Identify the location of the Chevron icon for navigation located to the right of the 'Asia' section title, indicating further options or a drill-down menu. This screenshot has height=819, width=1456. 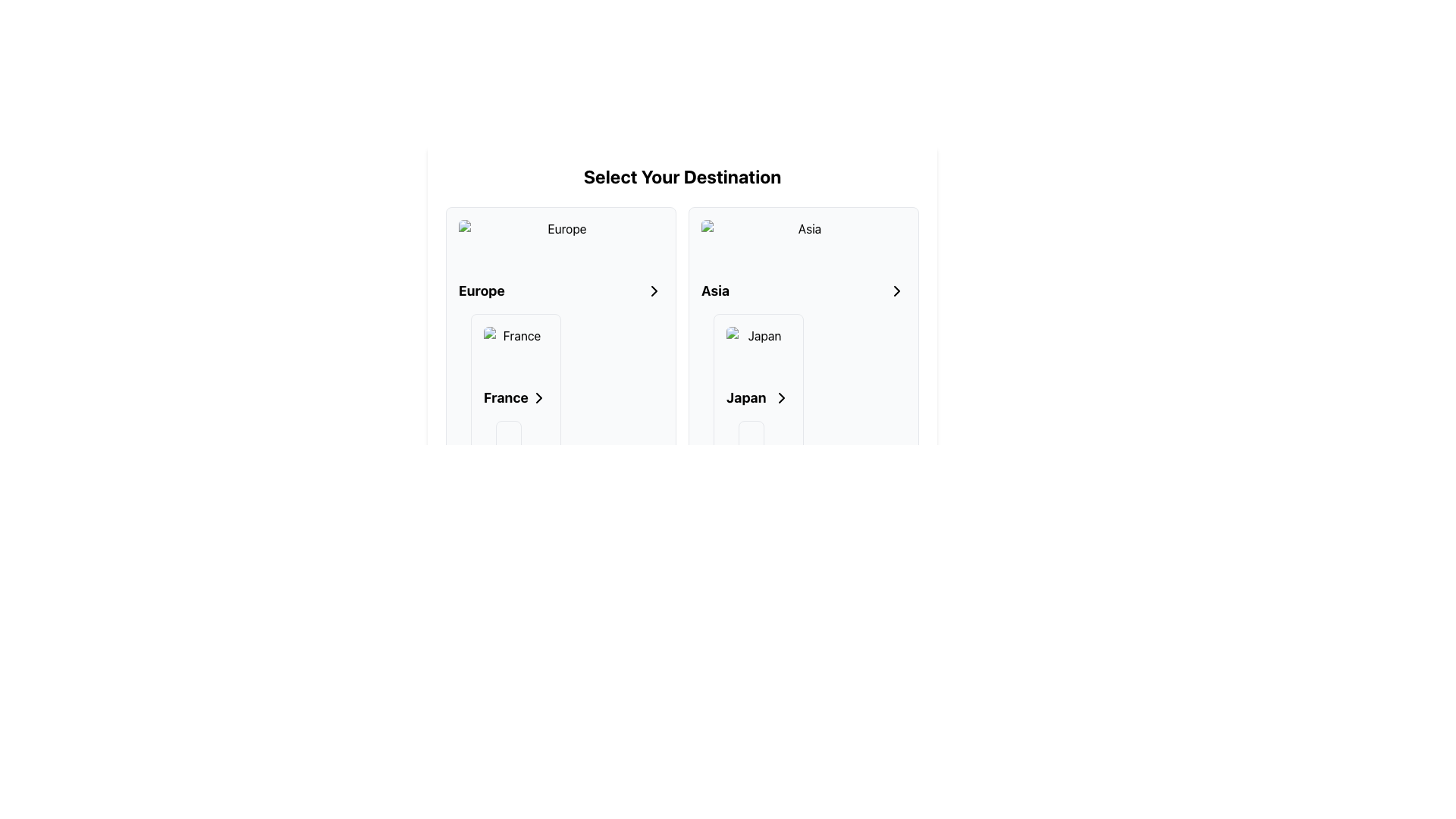
(896, 291).